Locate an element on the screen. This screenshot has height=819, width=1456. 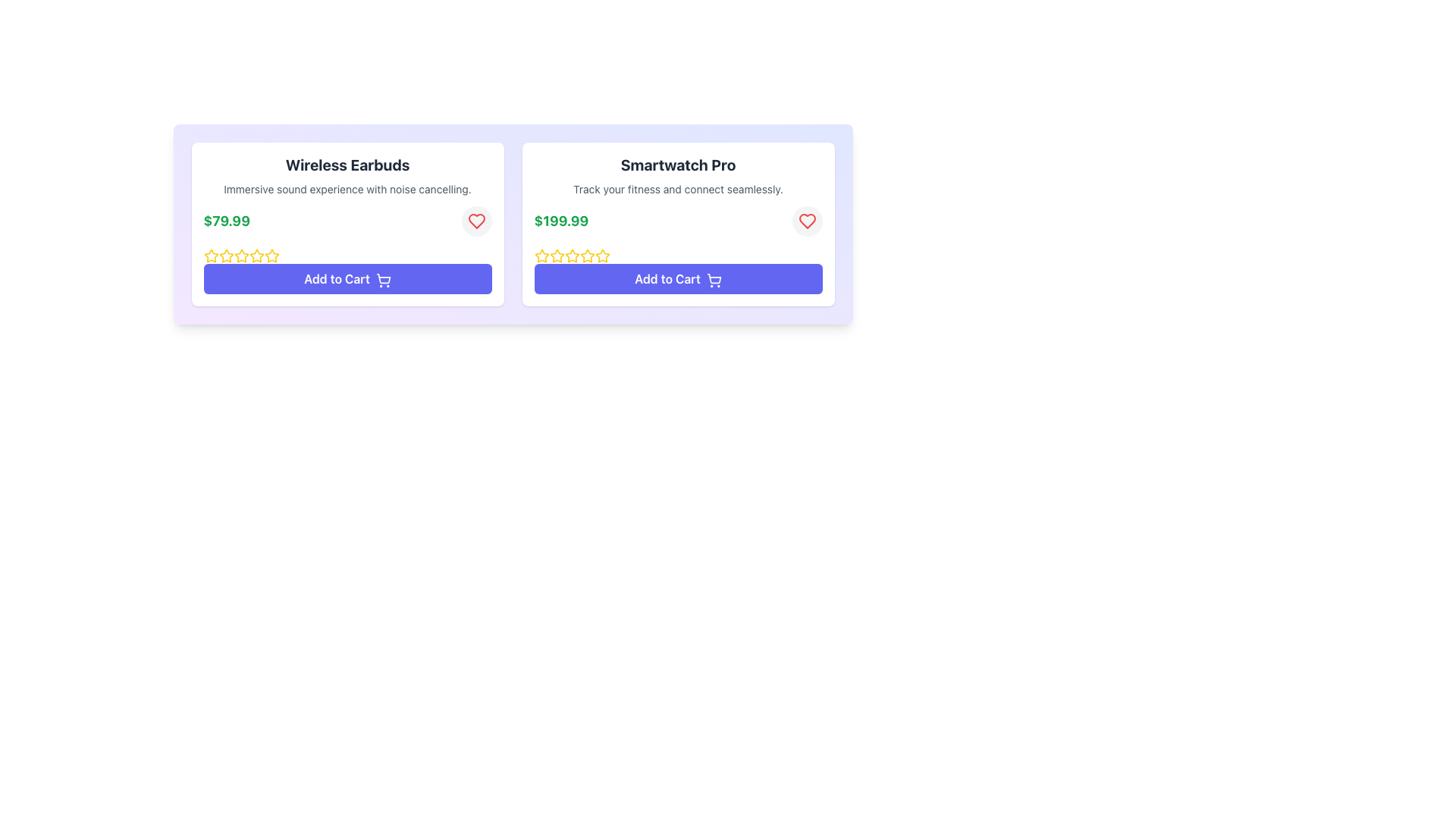
the shopping cart icon located within the 'Add to Cart' button for the product 'Wireless Earbuds' is located at coordinates (383, 280).